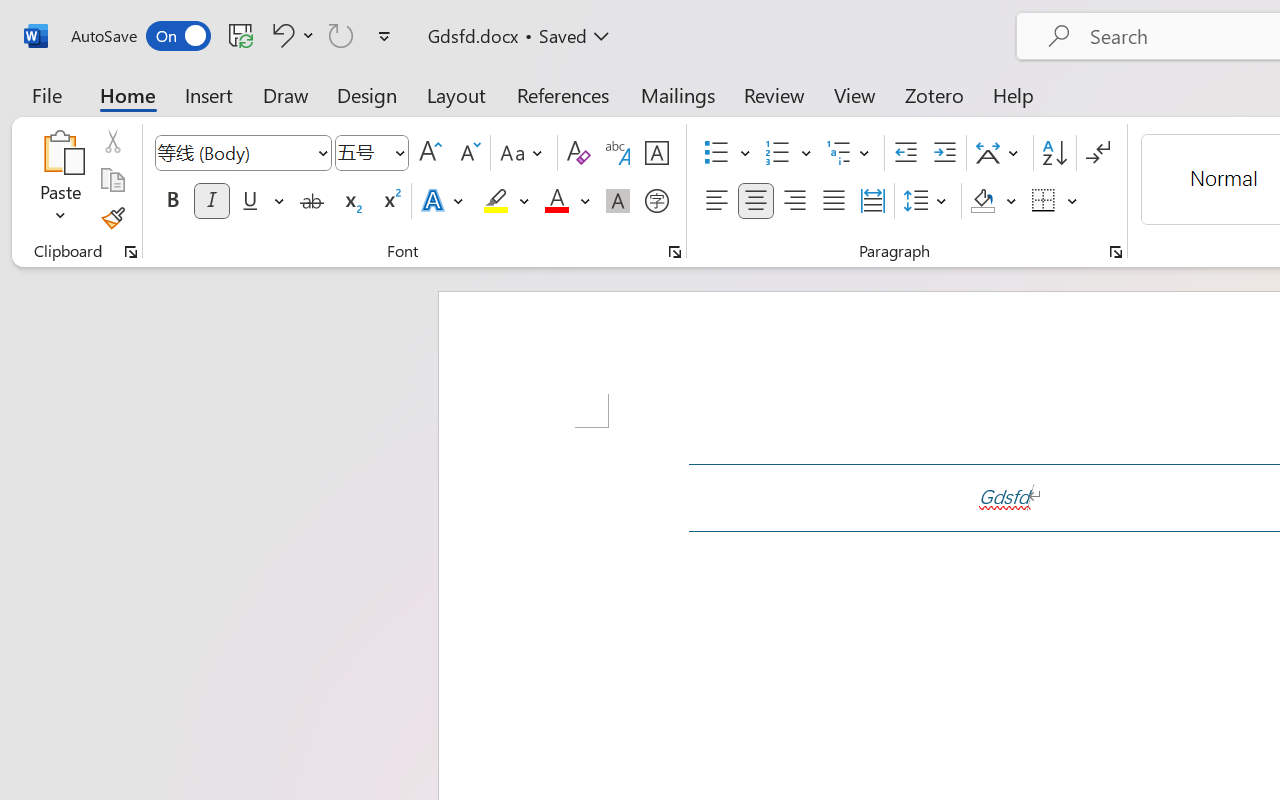  What do you see at coordinates (617, 201) in the screenshot?
I see `'Character Shading'` at bounding box center [617, 201].